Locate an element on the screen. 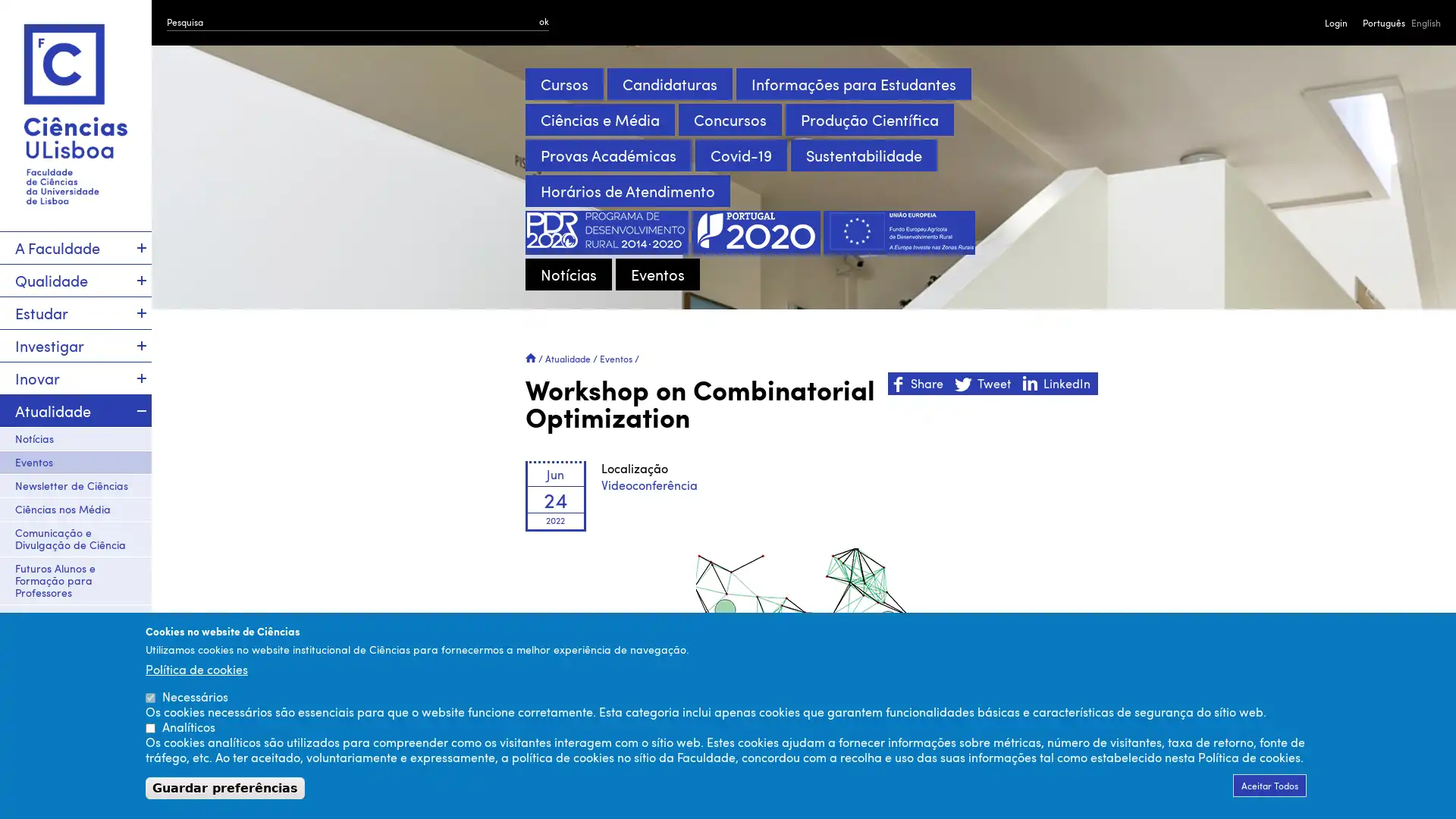 Image resolution: width=1456 pixels, height=819 pixels. Politica de cookies is located at coordinates (196, 668).